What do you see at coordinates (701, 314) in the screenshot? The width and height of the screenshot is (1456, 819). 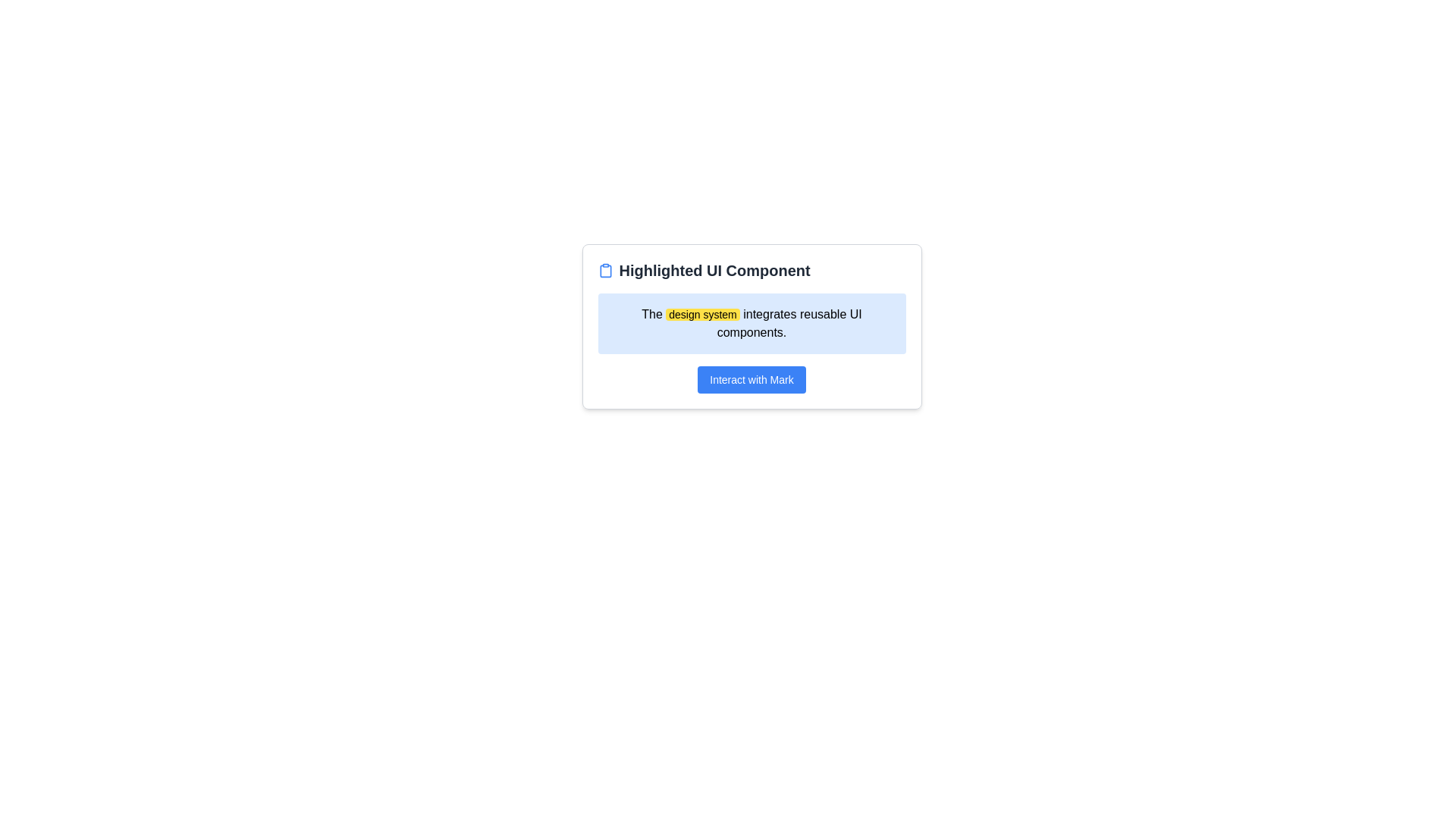 I see `the distinct styled text label that highlights 'design system' within the sentence 'The design system integrates reusable UI components.'` at bounding box center [701, 314].